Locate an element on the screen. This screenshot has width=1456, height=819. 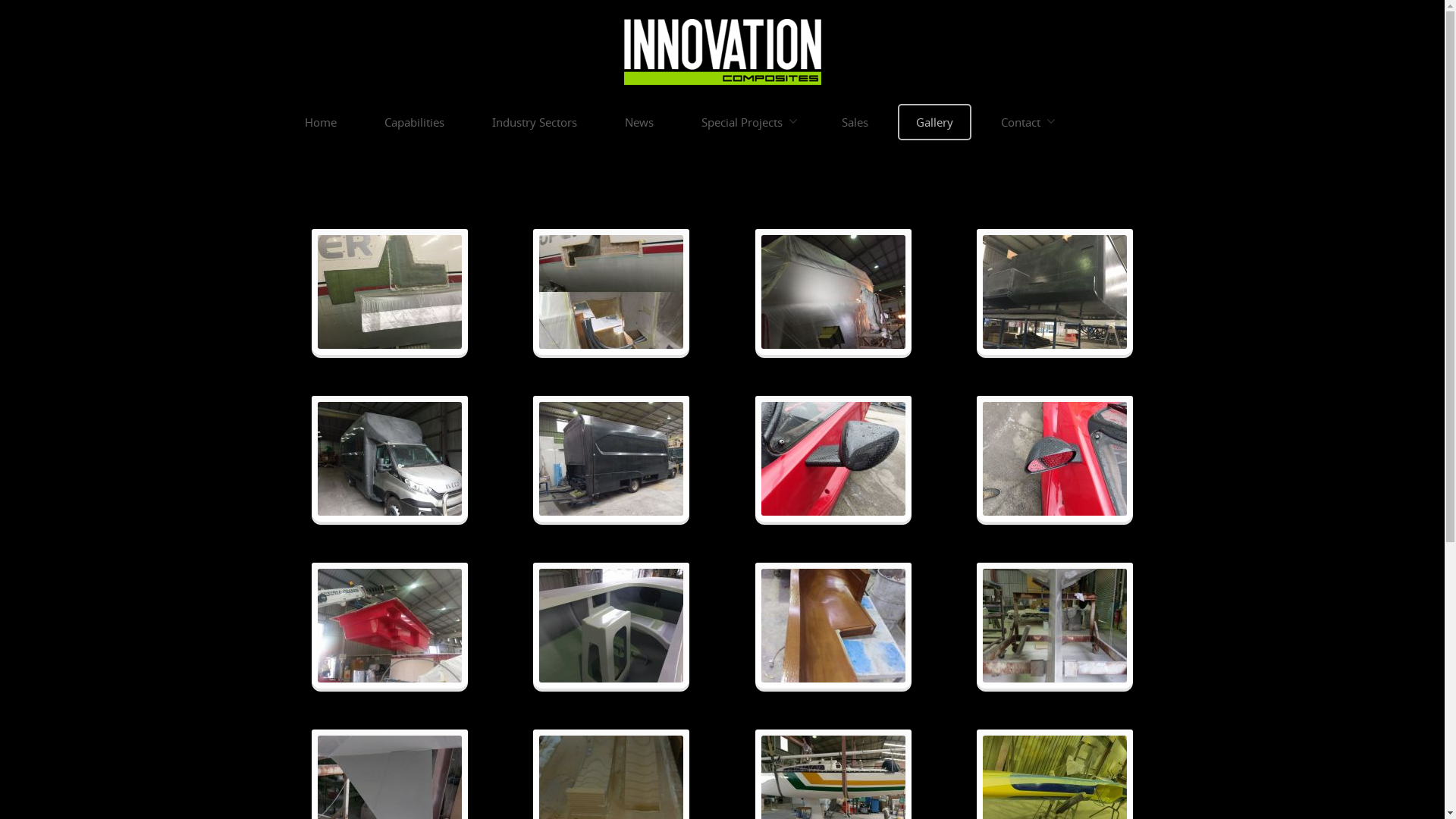
'Contact' is located at coordinates (1026, 121).